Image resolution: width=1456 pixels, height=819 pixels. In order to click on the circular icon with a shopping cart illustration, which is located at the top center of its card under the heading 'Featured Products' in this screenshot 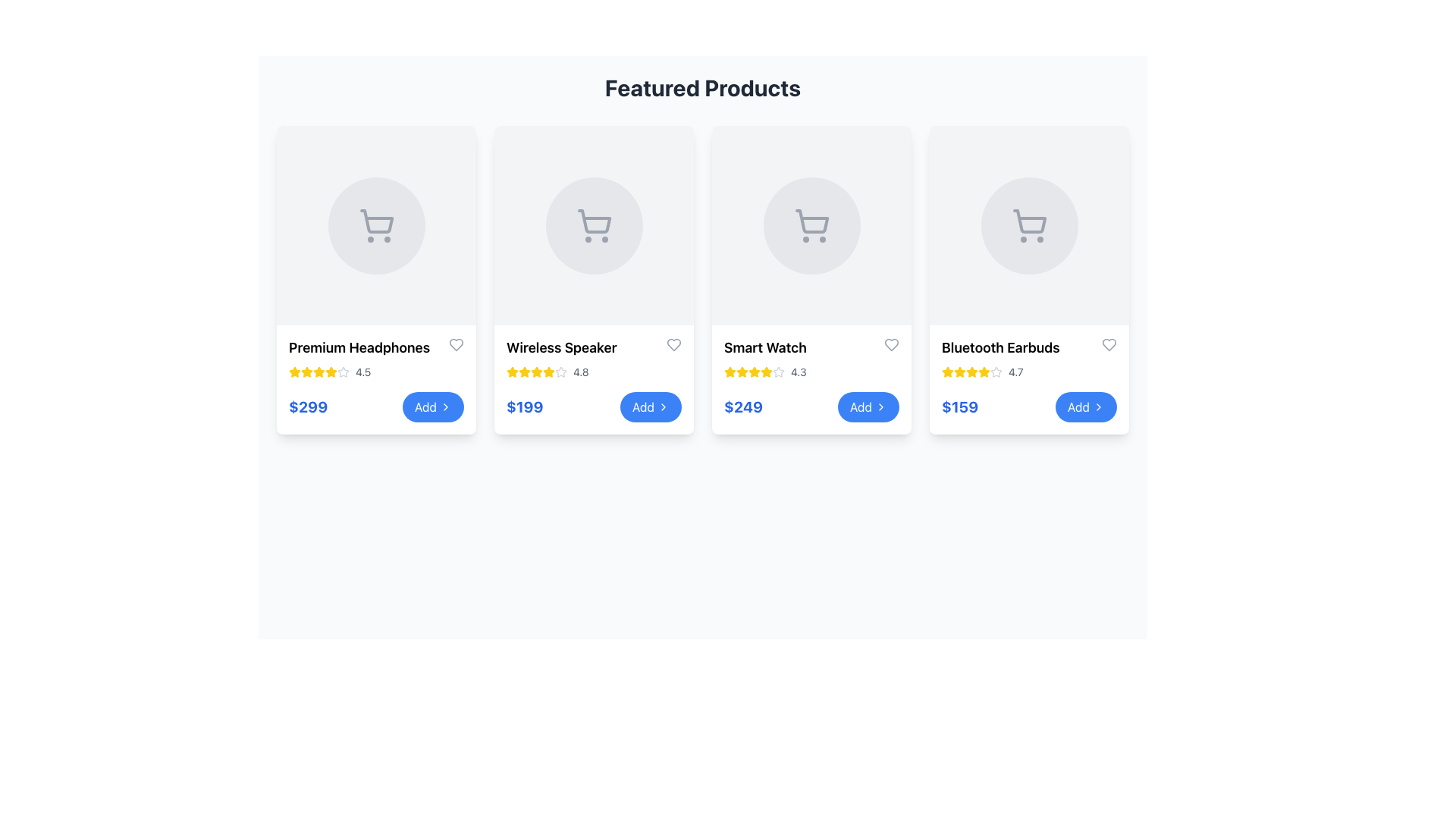, I will do `click(376, 225)`.